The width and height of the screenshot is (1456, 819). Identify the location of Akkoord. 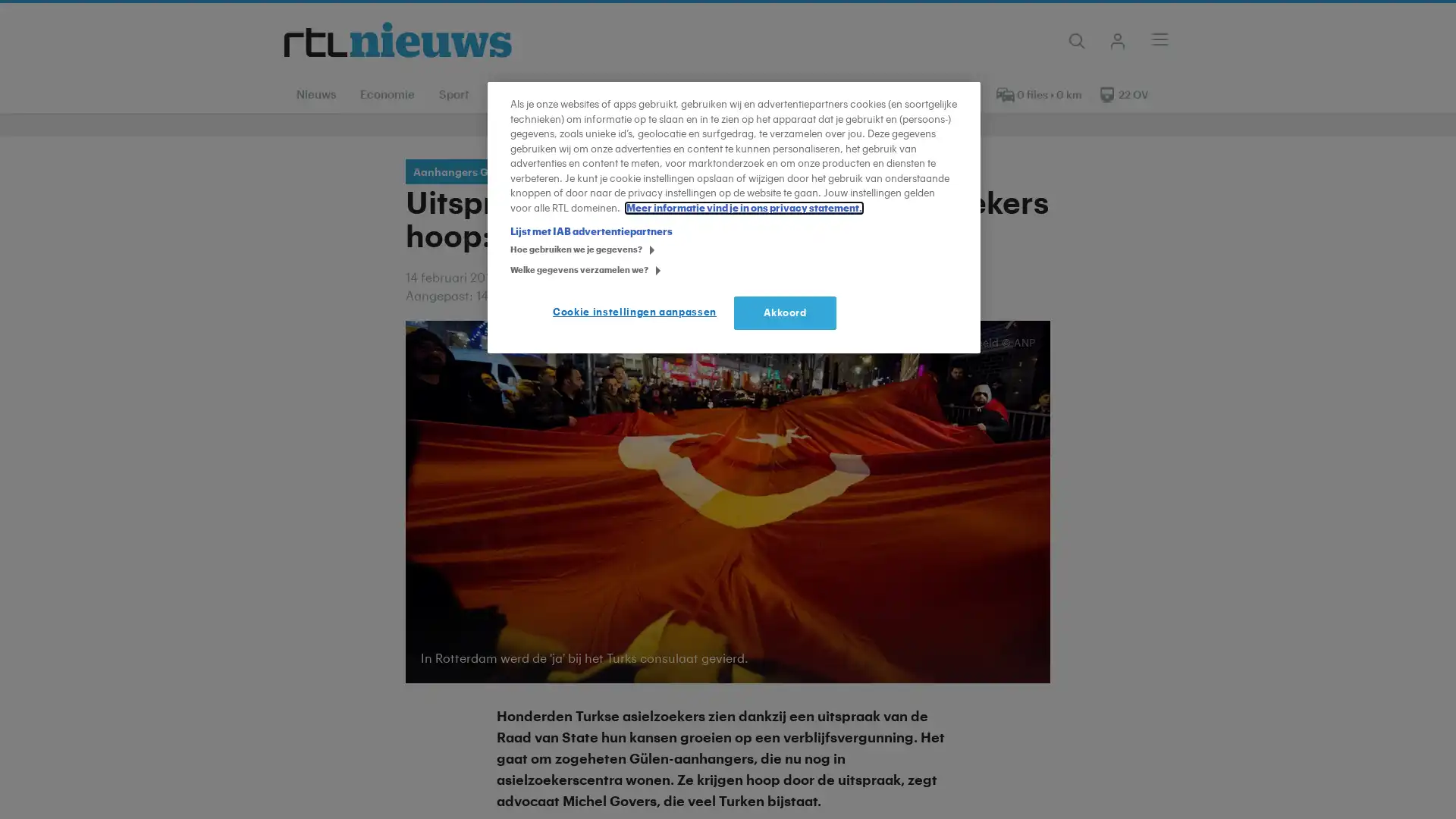
(785, 312).